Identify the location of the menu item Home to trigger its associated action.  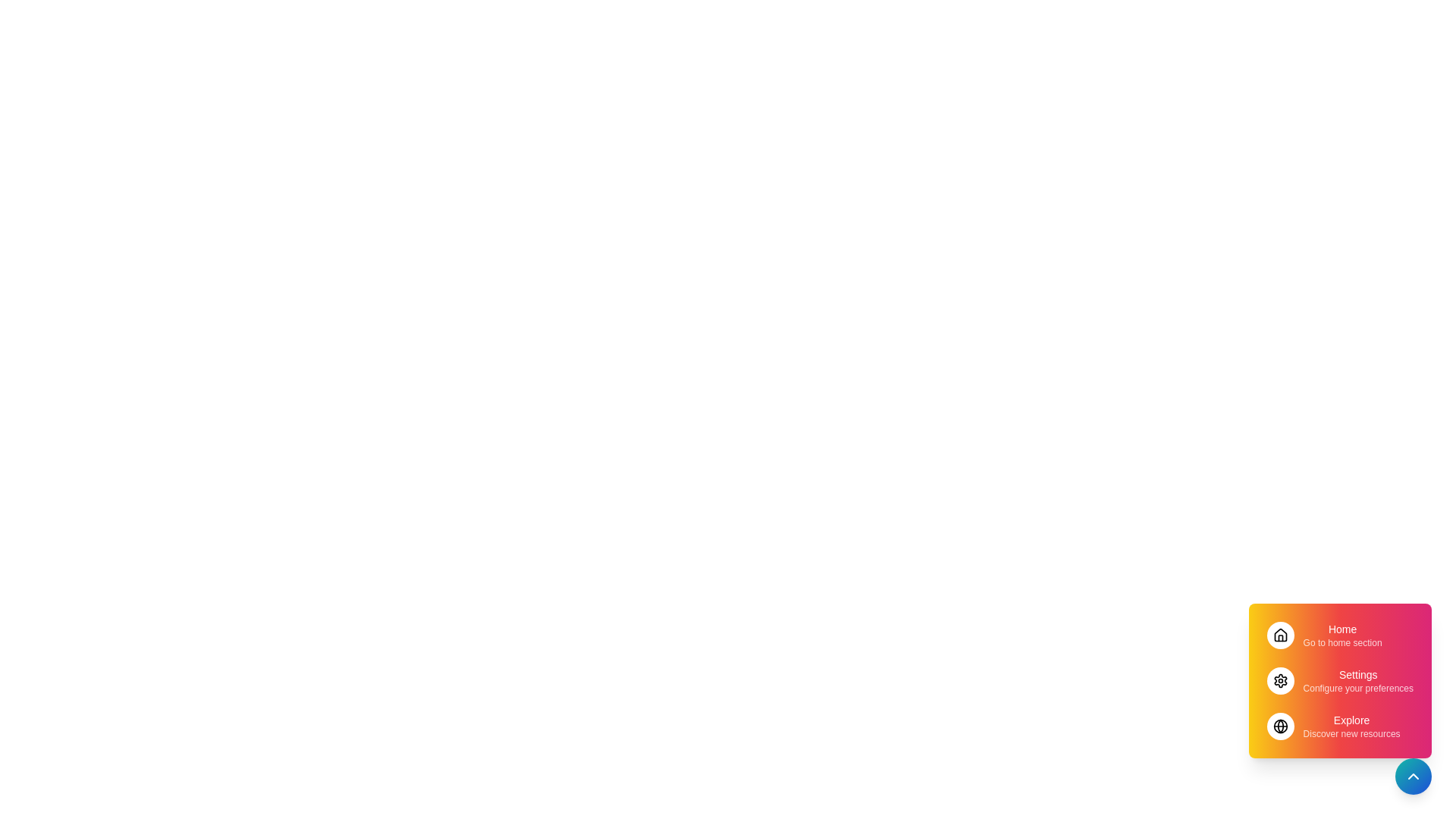
(1339, 635).